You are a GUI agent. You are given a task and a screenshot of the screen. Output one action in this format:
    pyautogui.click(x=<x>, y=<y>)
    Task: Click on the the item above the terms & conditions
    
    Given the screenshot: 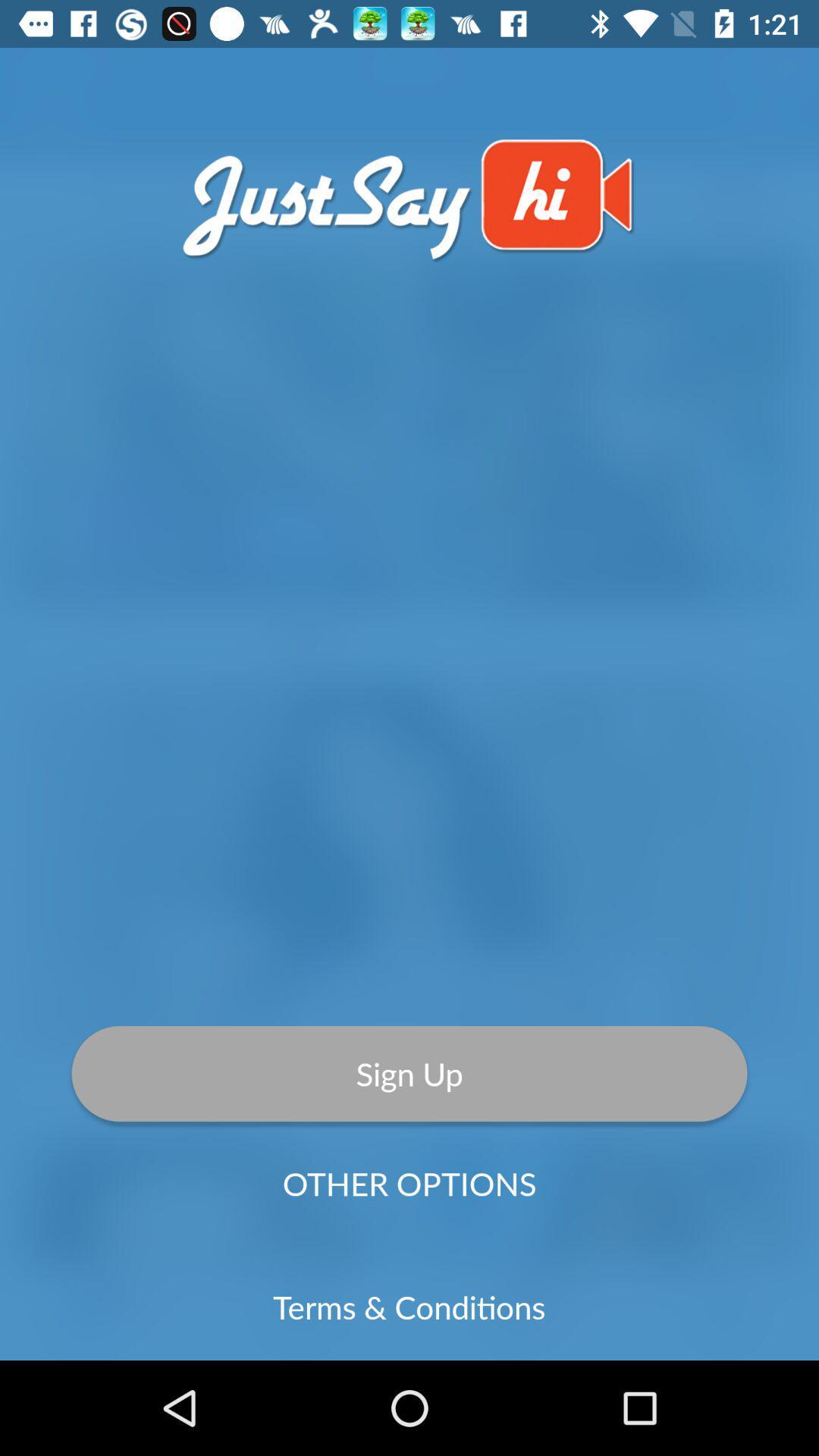 What is the action you would take?
    pyautogui.click(x=409, y=1182)
    